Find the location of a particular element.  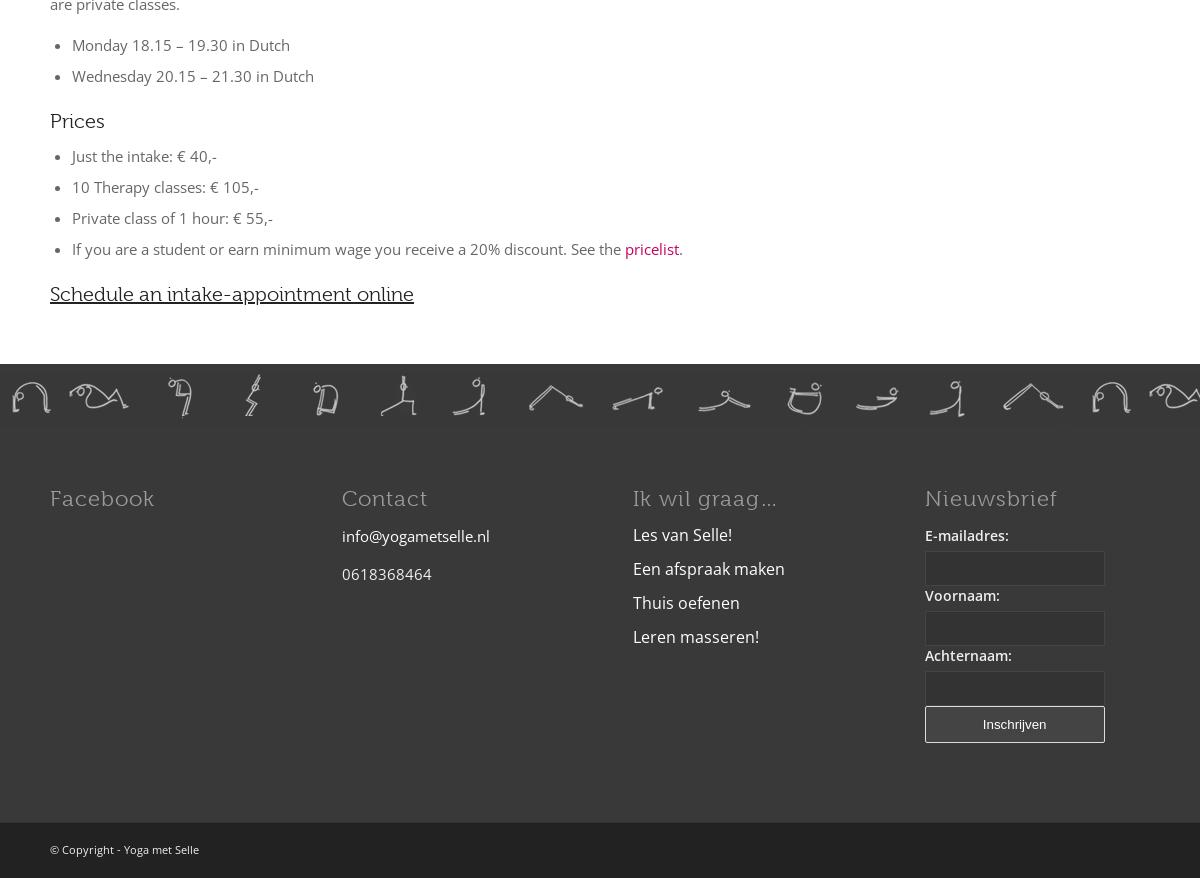

'Monday 18.15 – 19.30 in Dutch' is located at coordinates (179, 42).